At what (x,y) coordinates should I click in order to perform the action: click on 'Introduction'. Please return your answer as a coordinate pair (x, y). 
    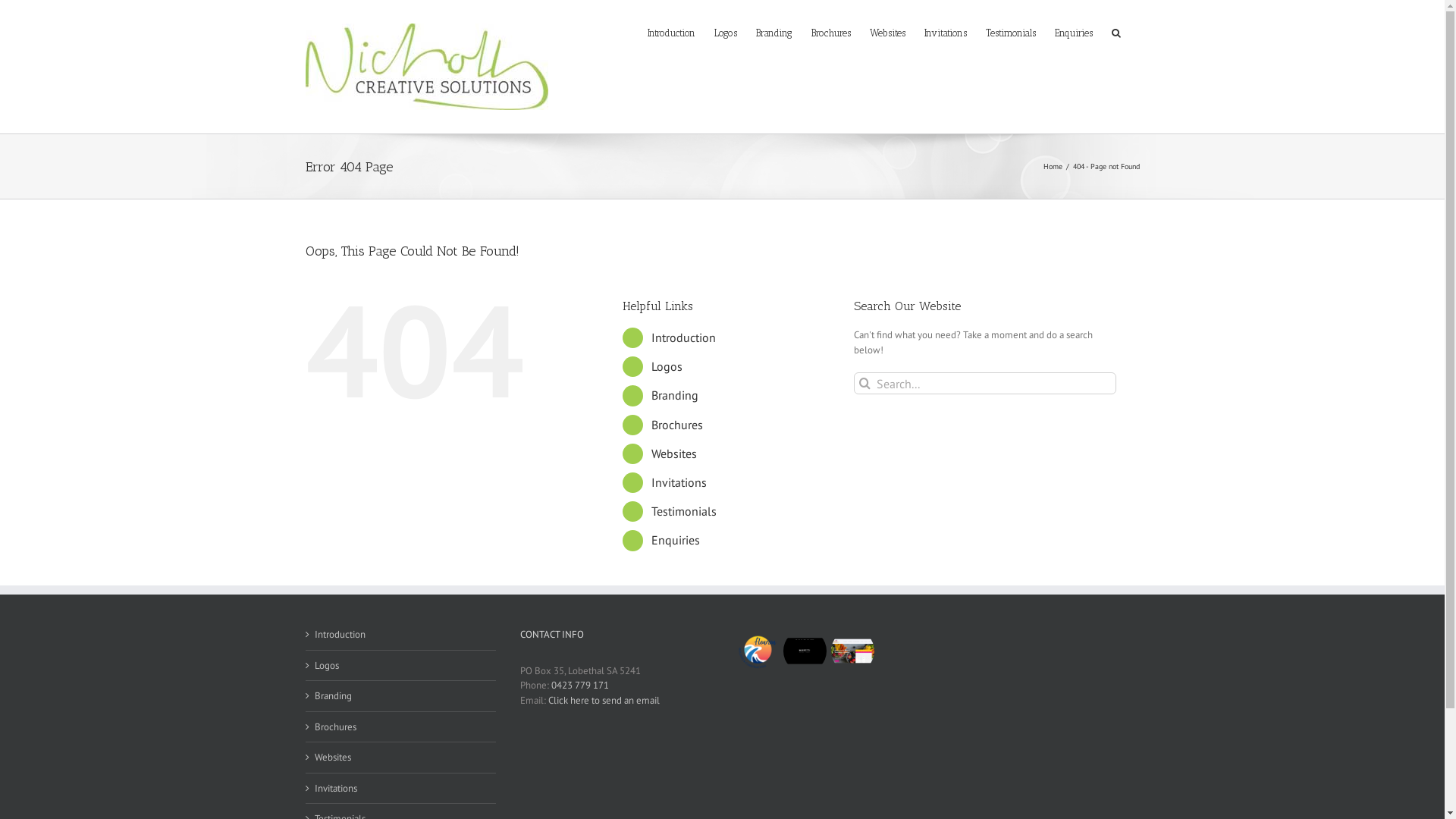
    Looking at the image, I should click on (682, 336).